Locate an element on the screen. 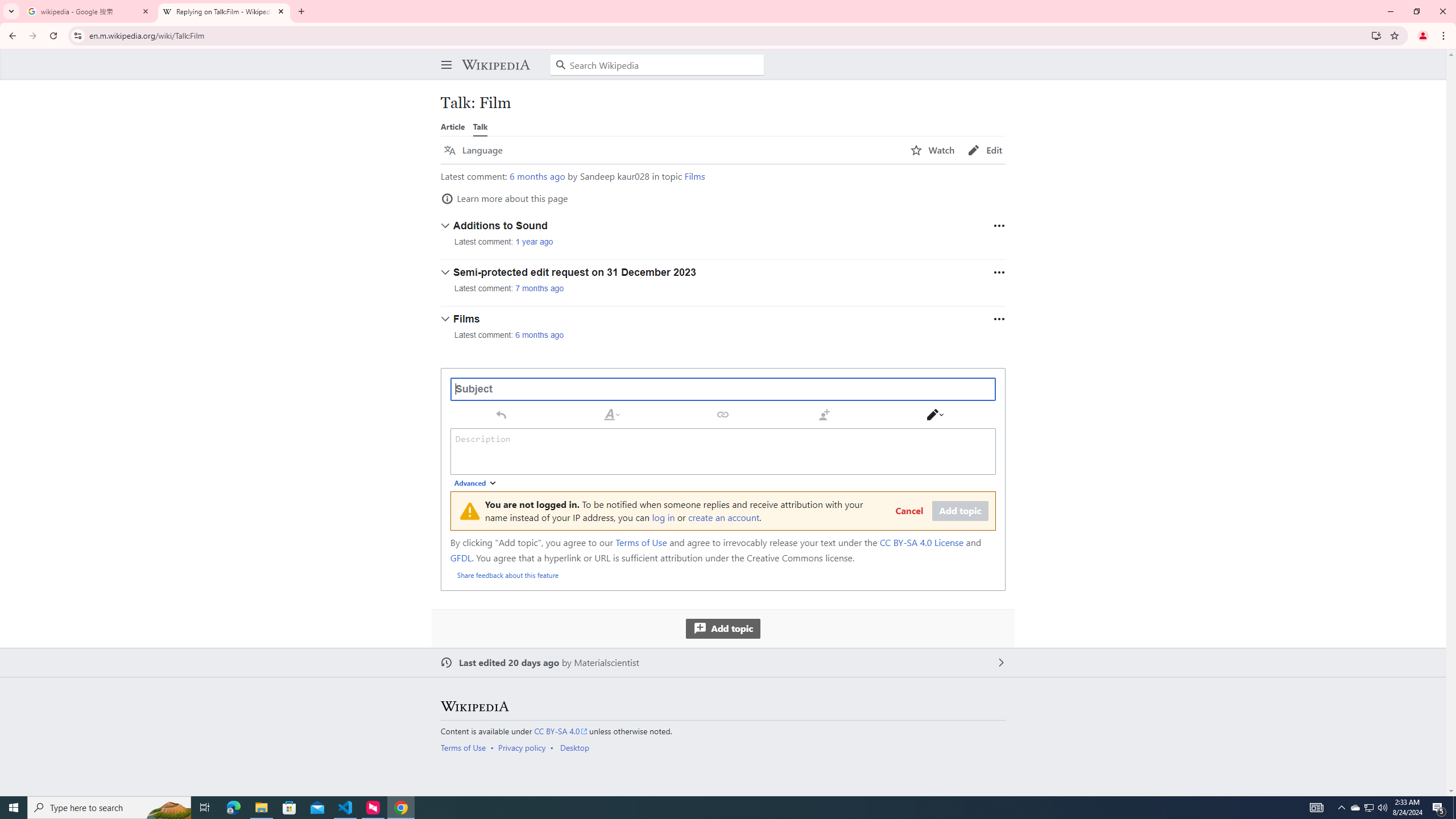 The image size is (1456, 819). 'AutomationID: footer-places-desktop-toggle' is located at coordinates (576, 747).